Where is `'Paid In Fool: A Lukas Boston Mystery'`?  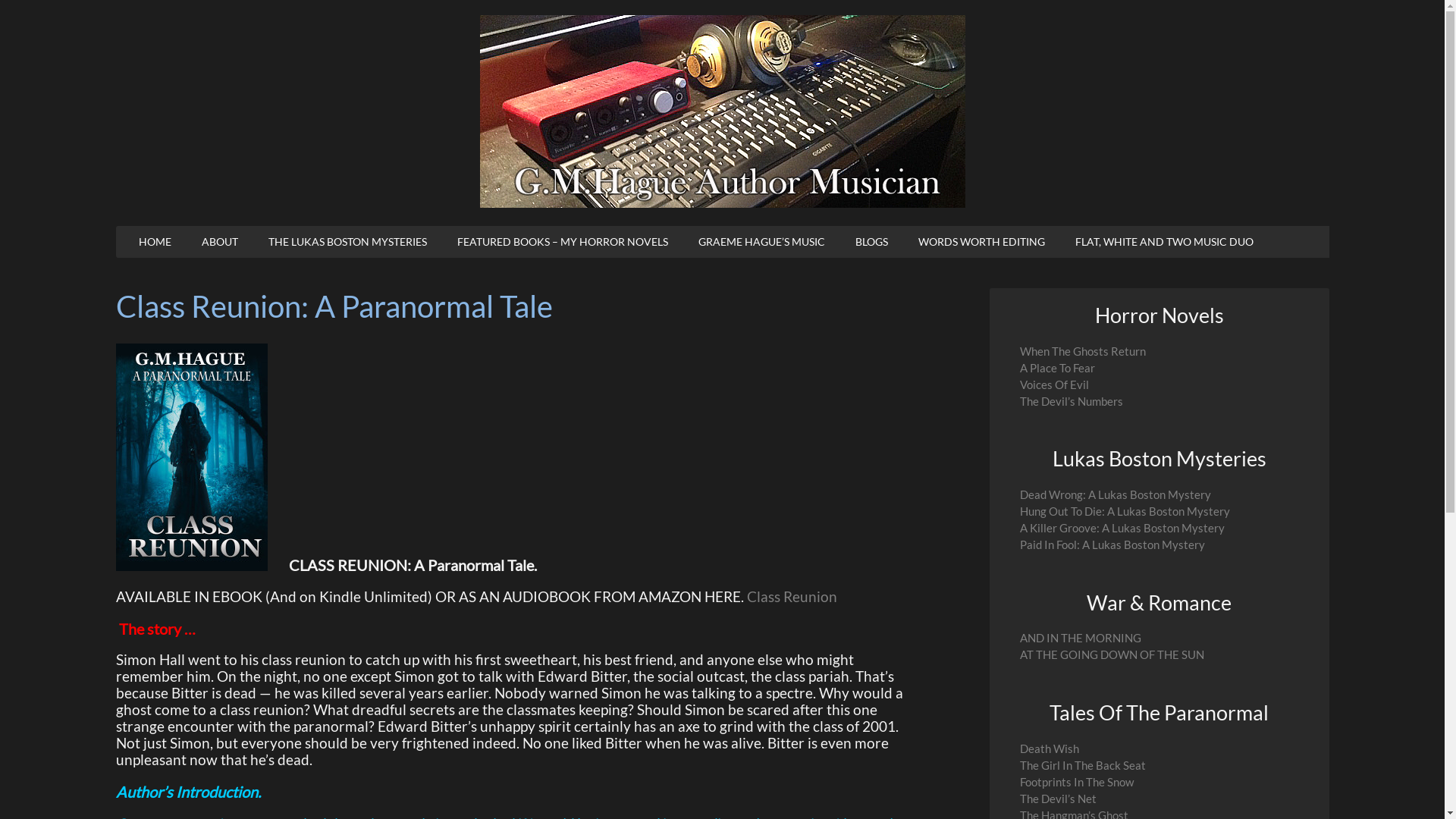 'Paid In Fool: A Lukas Boston Mystery' is located at coordinates (1111, 544).